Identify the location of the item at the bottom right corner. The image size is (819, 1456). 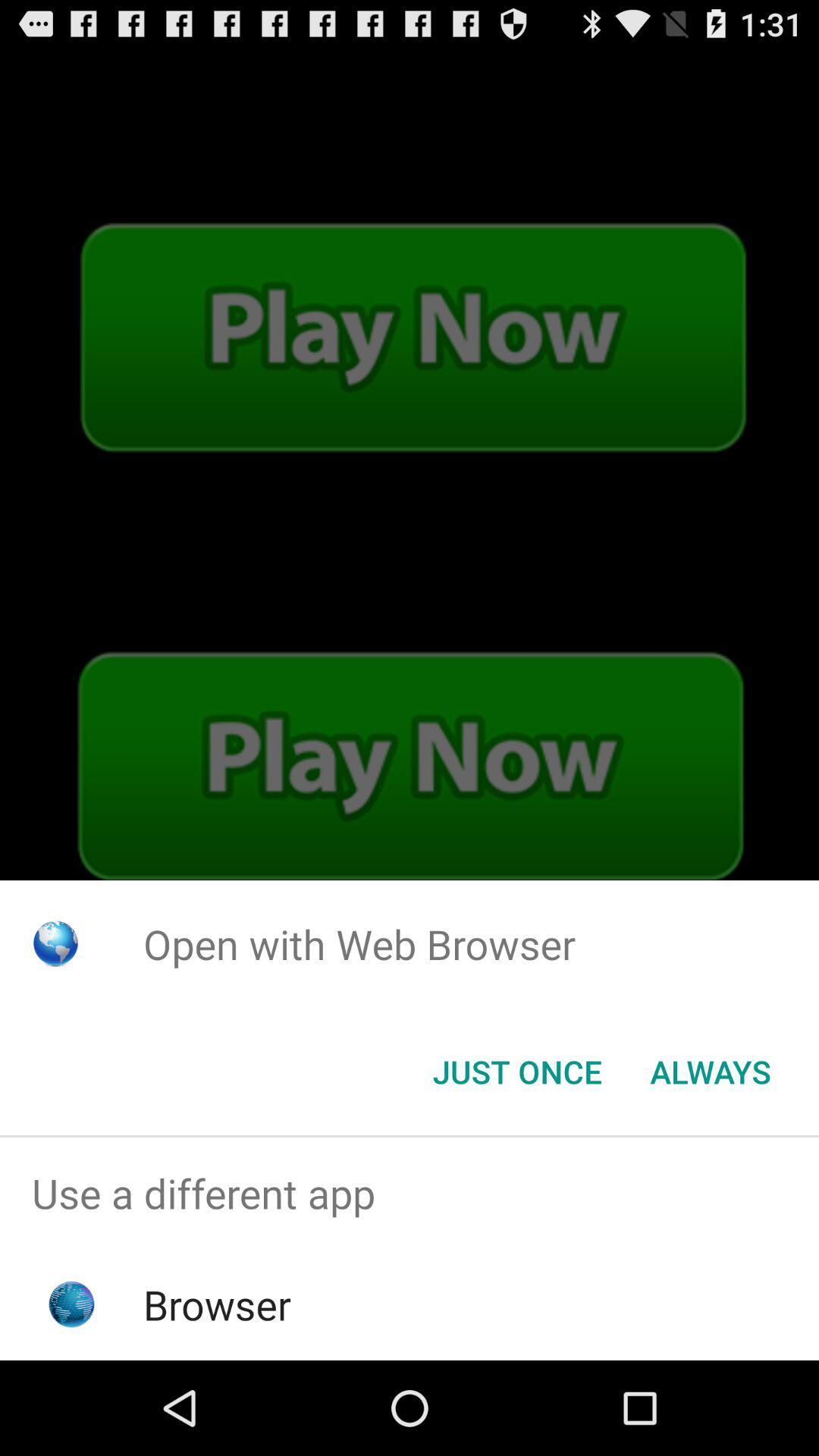
(711, 1070).